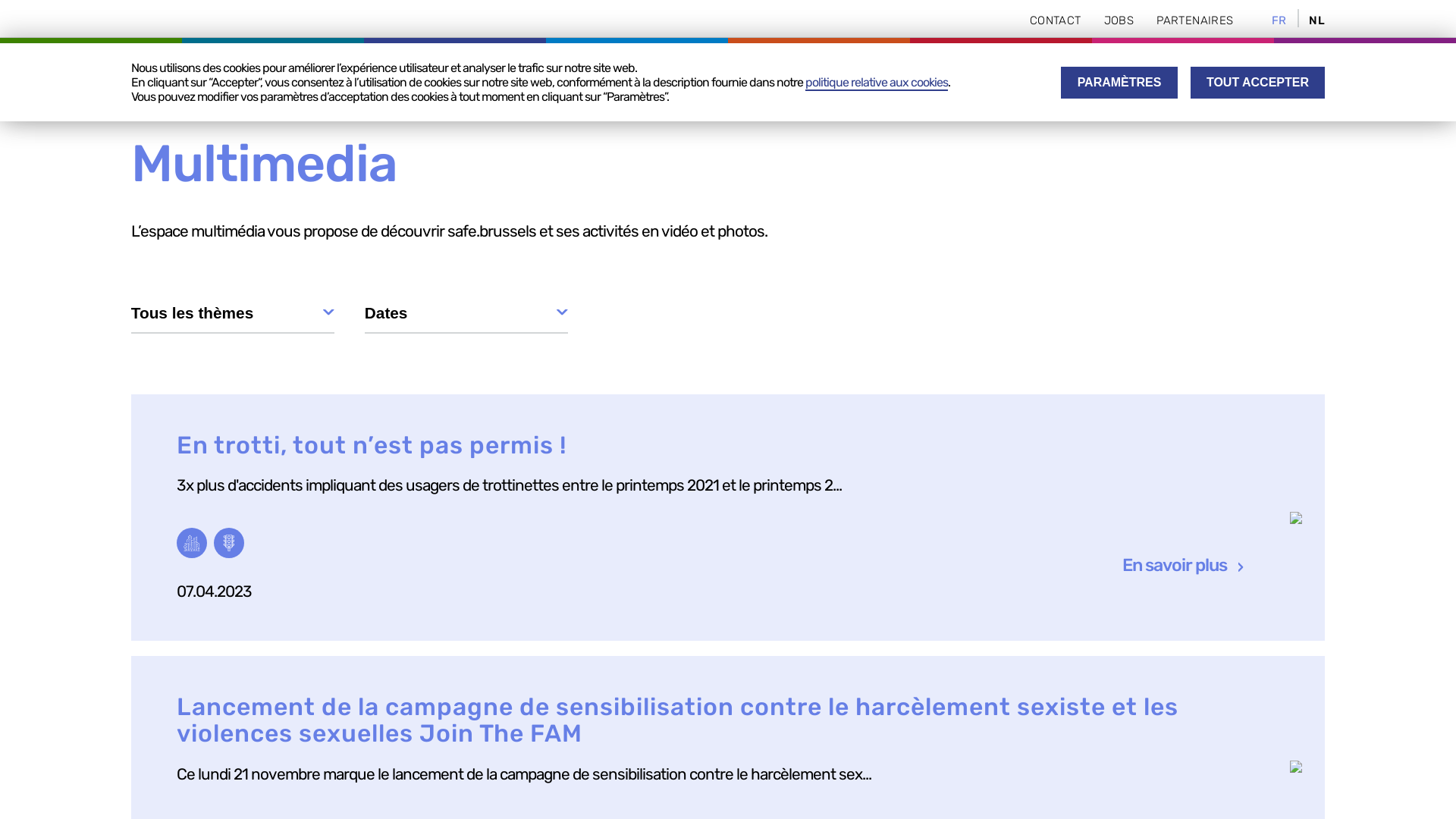 The width and height of the screenshot is (1456, 819). Describe the element at coordinates (1271, 20) in the screenshot. I see `'FR'` at that location.